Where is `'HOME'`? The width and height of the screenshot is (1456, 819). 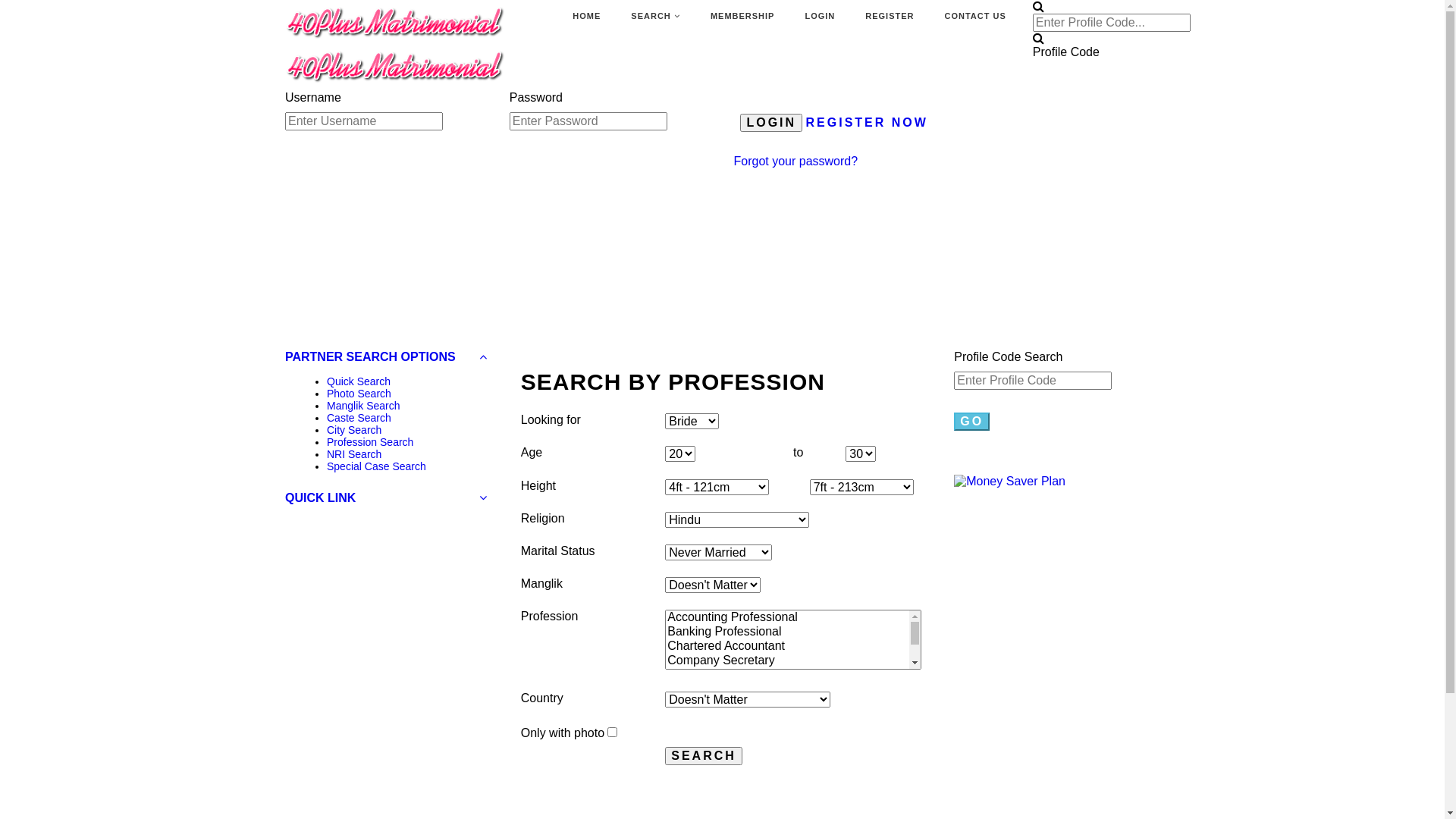 'HOME' is located at coordinates (585, 17).